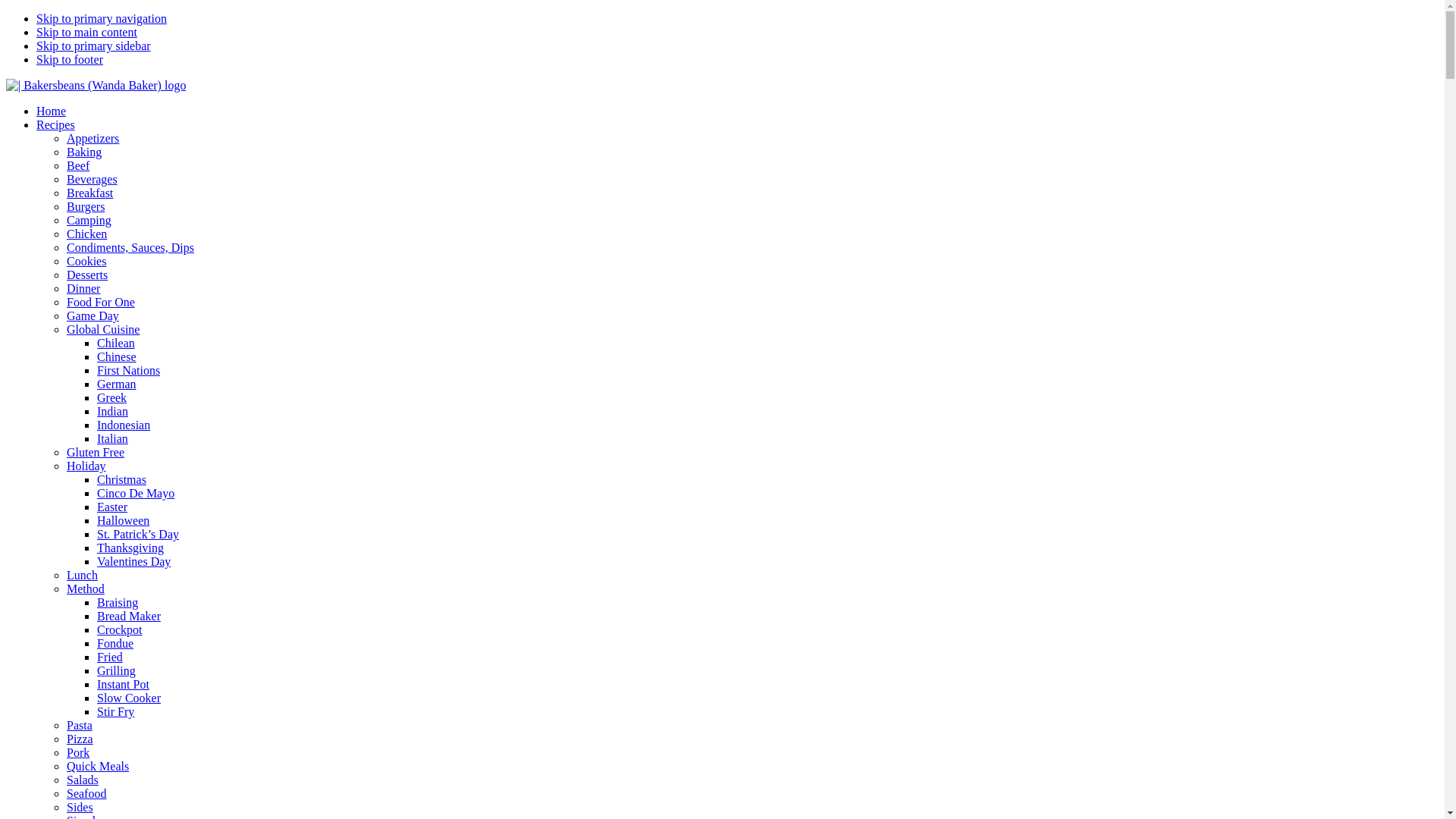 The width and height of the screenshot is (1456, 819). What do you see at coordinates (93, 45) in the screenshot?
I see `'Skip to primary sidebar'` at bounding box center [93, 45].